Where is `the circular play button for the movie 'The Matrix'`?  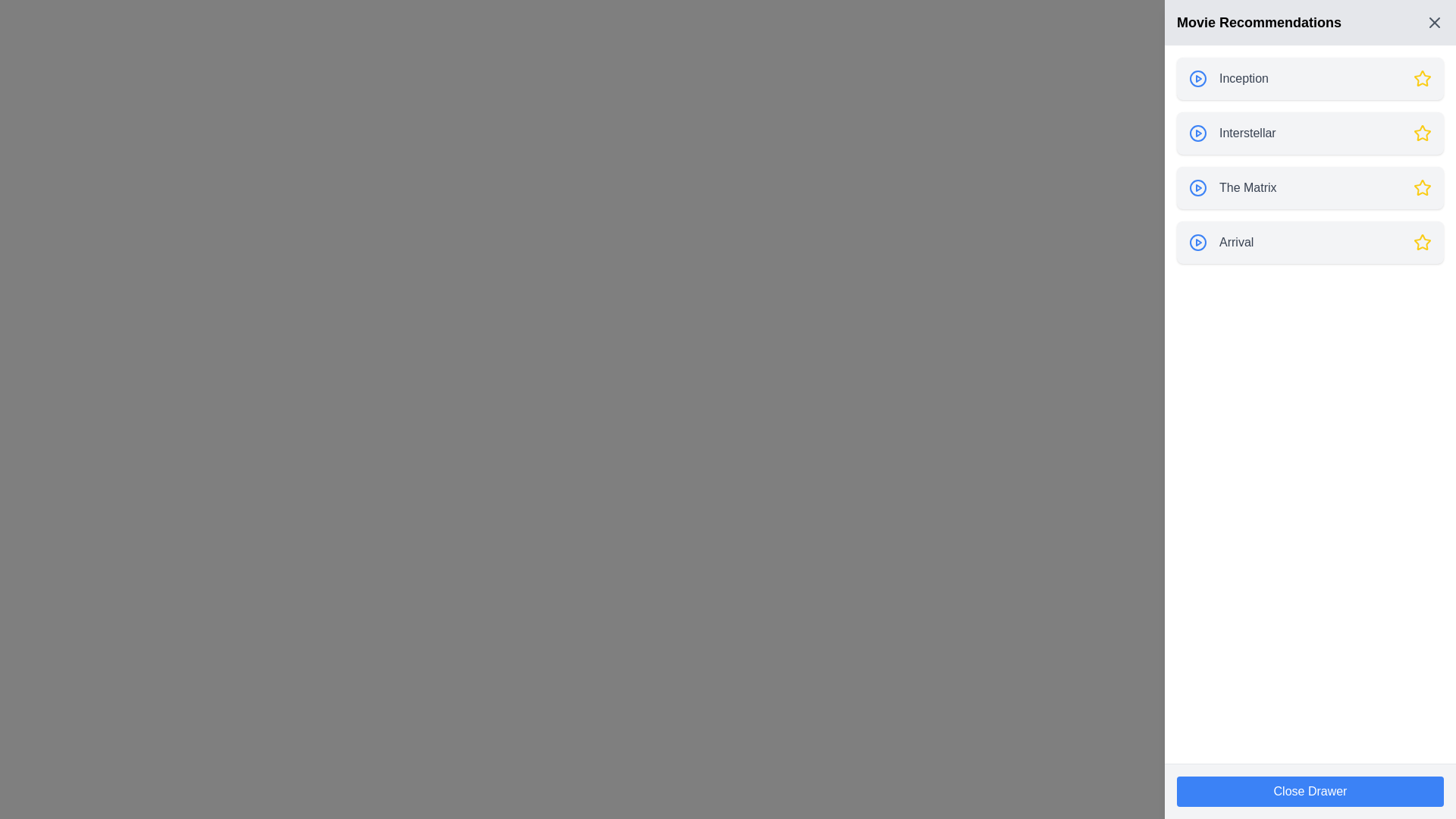
the circular play button for the movie 'The Matrix' is located at coordinates (1197, 187).